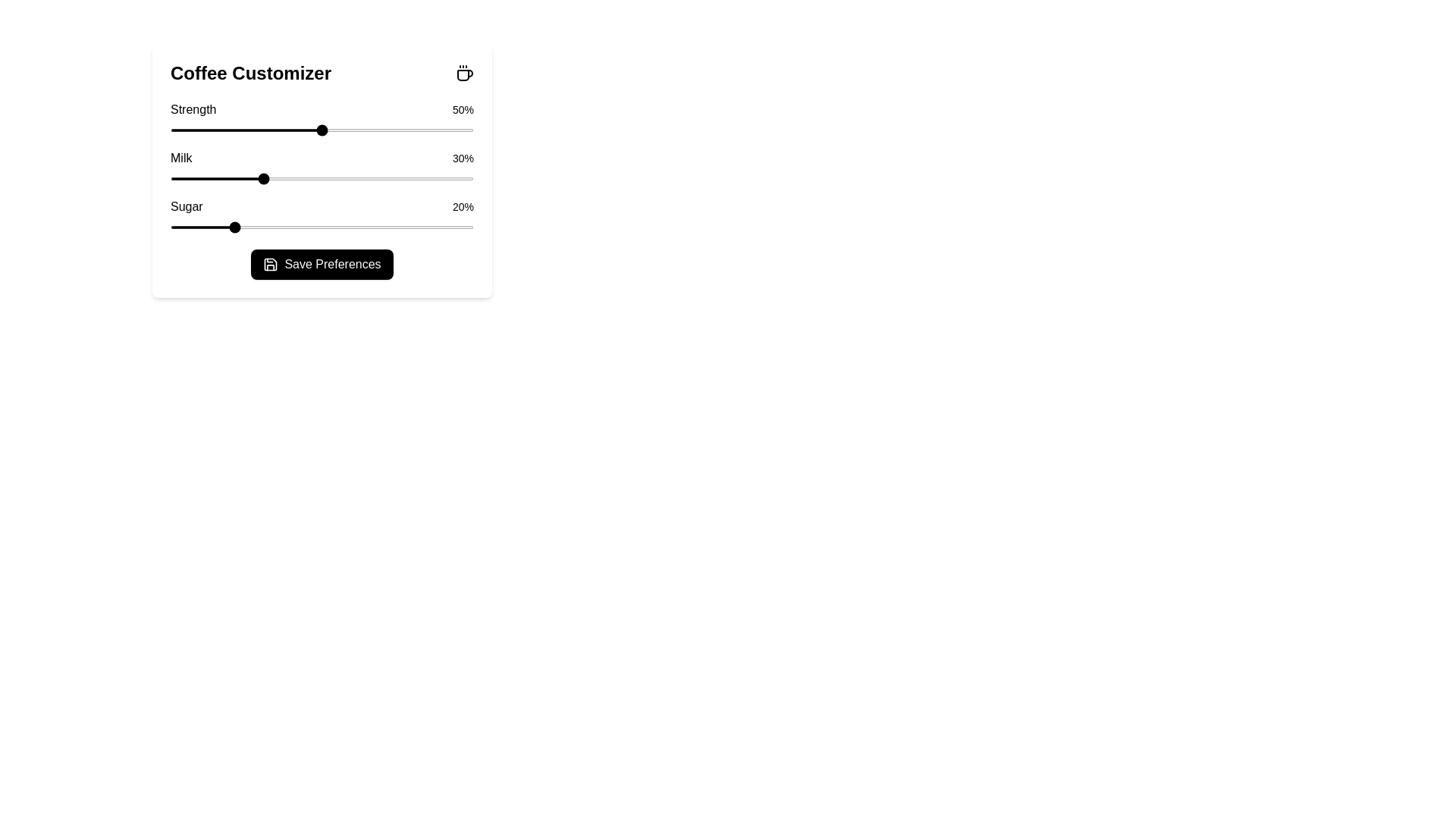 The image size is (1456, 819). Describe the element at coordinates (181, 158) in the screenshot. I see `the text label that describes the milk percentage adjustment slider in the Coffee Customizer card interface, positioned to the left of the '30%' display and above the slider` at that location.